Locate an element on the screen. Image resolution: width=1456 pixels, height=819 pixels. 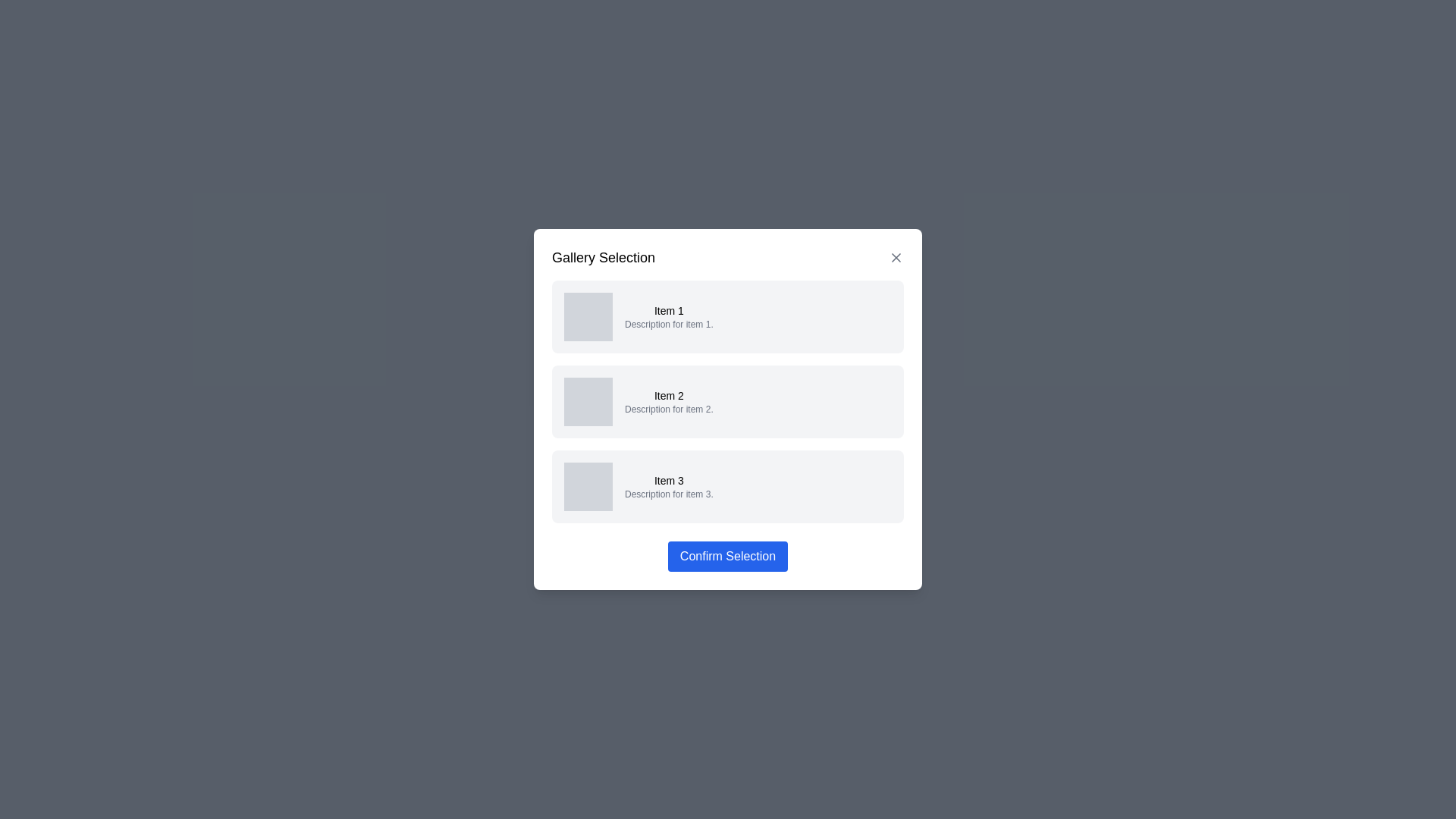
the text label that provides a brief description for 'Item 2', located directly below its title in a vertical list is located at coordinates (668, 409).